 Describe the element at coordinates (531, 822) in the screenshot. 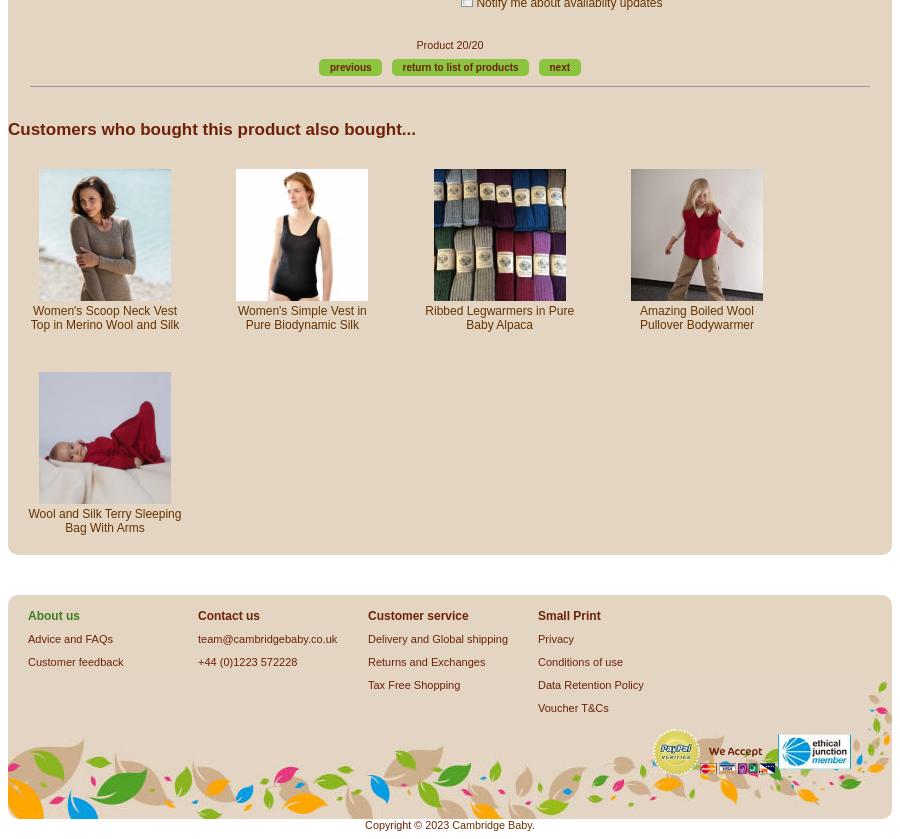

I see `'.'` at that location.